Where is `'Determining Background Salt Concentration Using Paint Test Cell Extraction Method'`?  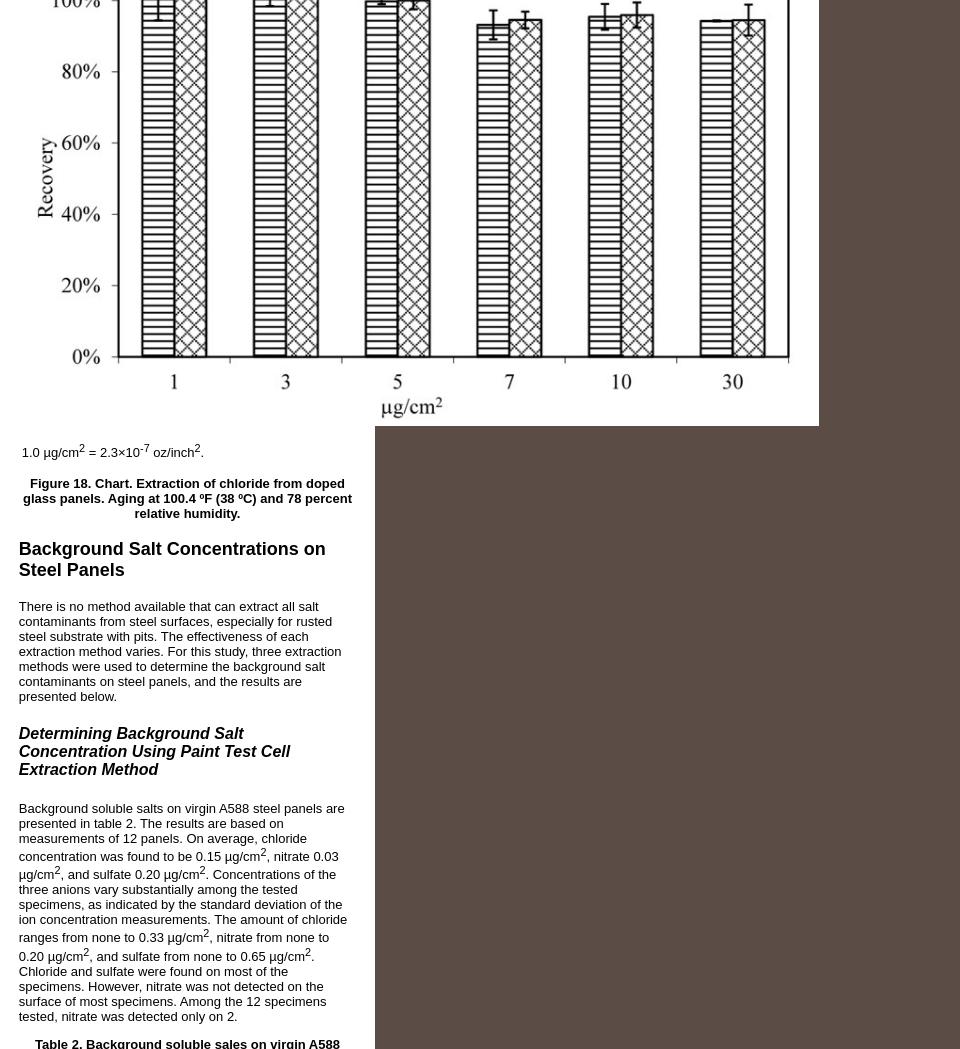 'Determining Background Salt Concentration Using Paint Test Cell Extraction Method' is located at coordinates (152, 750).